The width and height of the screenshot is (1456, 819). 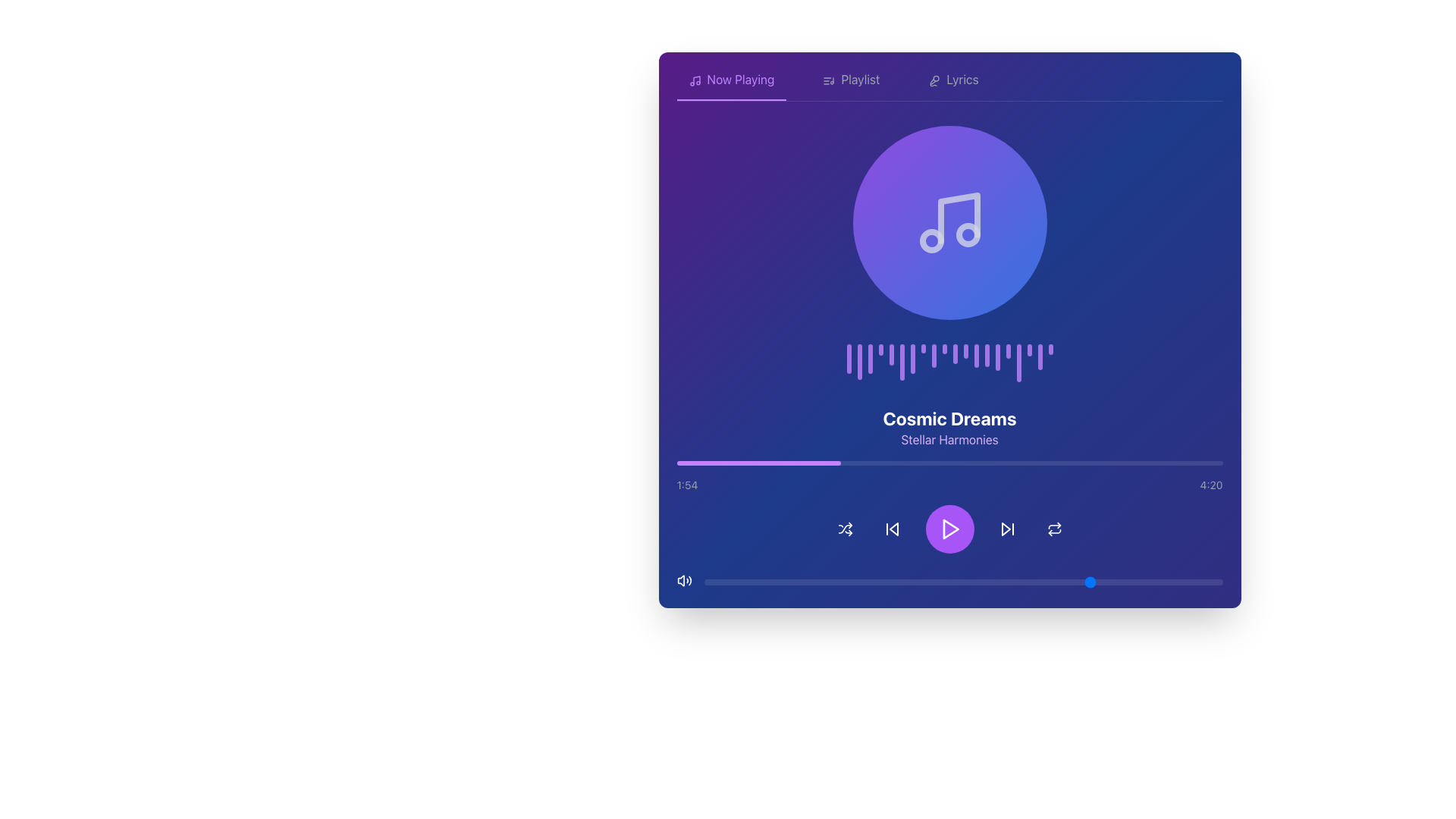 What do you see at coordinates (870, 359) in the screenshot?
I see `the third vertical rounded rectangle bar with a purple gradient fill, which is part of a waveform-style visual located centrally below a circular musical note icon` at bounding box center [870, 359].